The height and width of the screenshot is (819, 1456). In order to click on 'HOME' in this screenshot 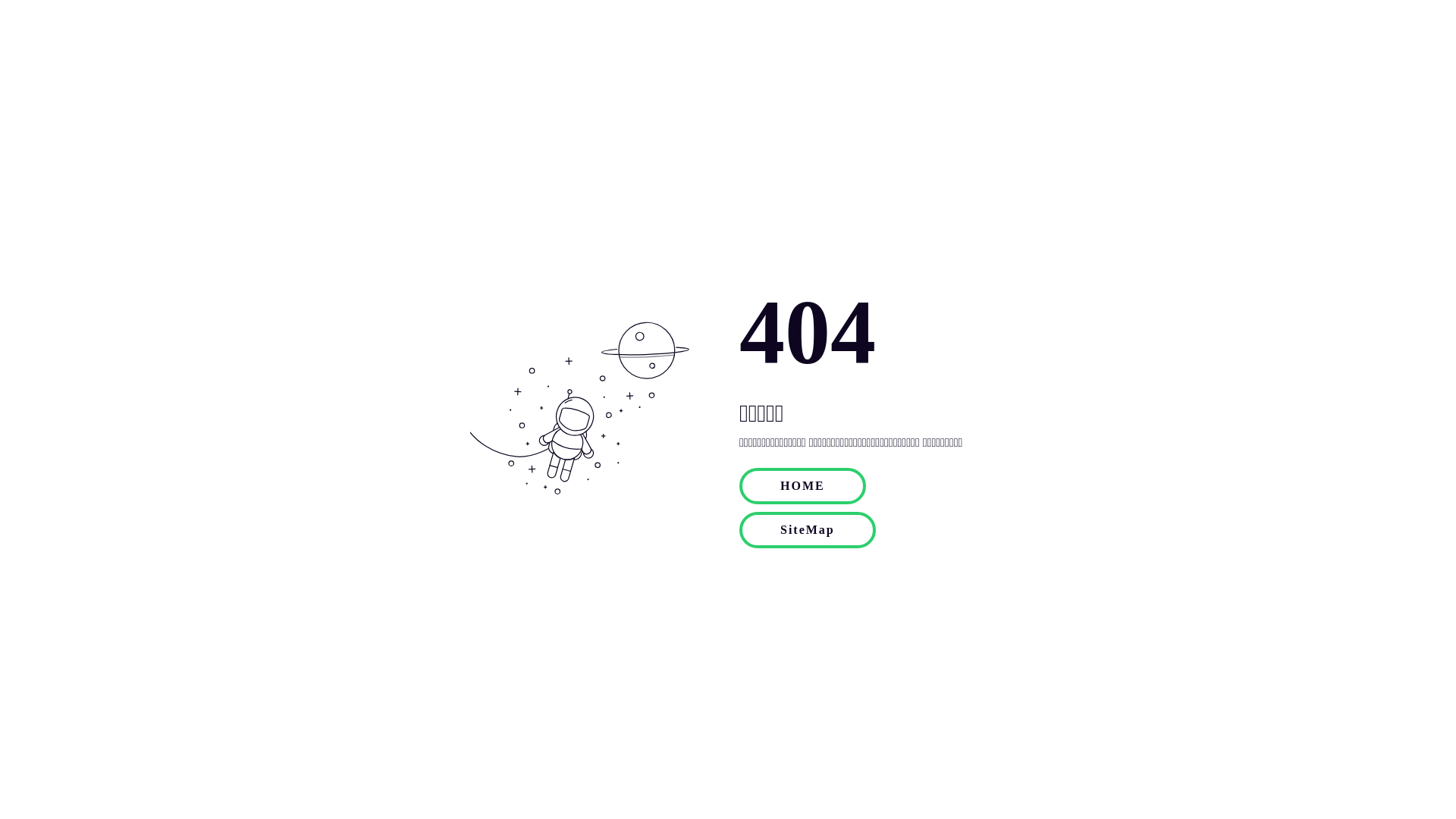, I will do `click(802, 485)`.